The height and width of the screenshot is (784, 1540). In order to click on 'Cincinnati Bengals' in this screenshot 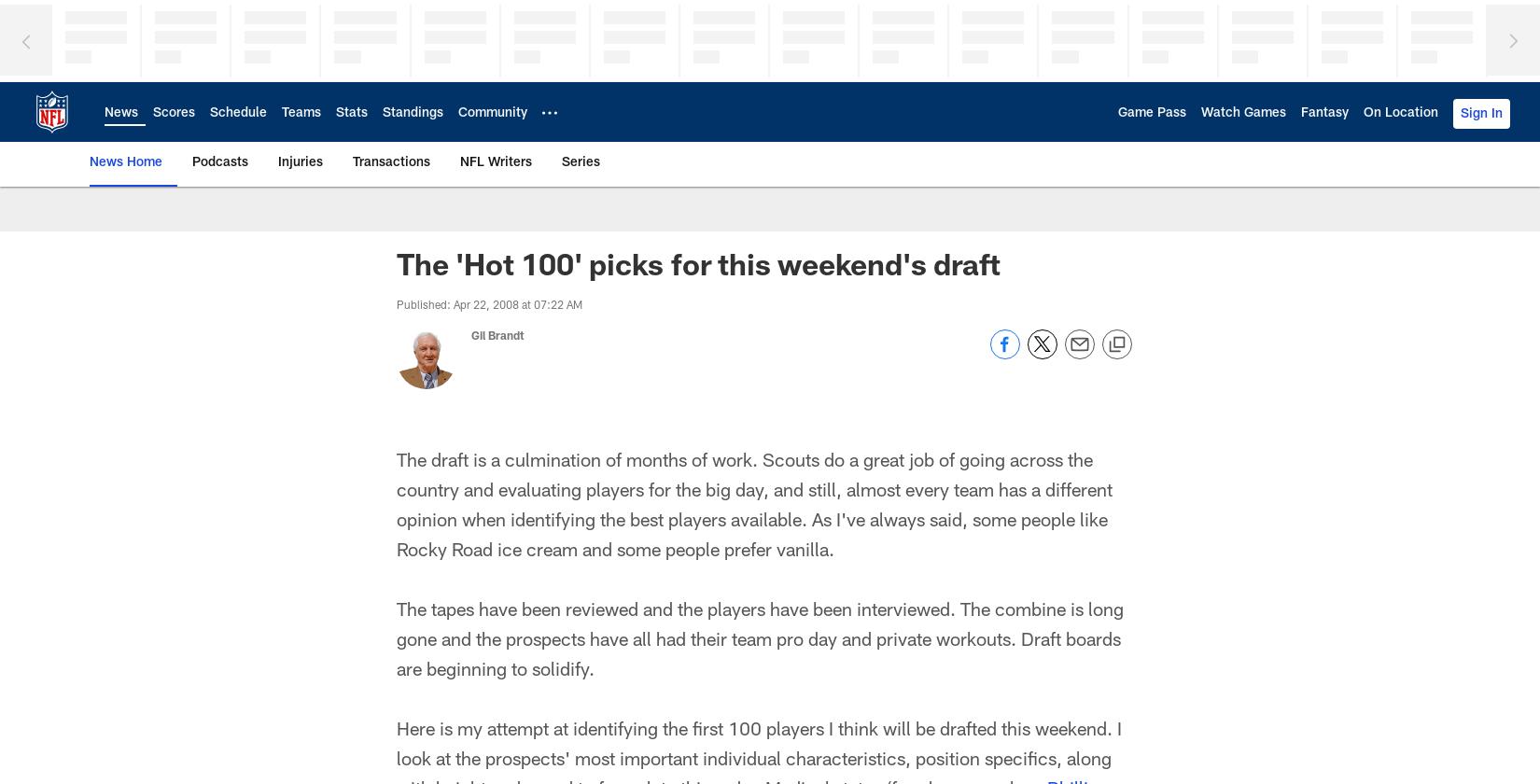, I will do `click(535, 240)`.